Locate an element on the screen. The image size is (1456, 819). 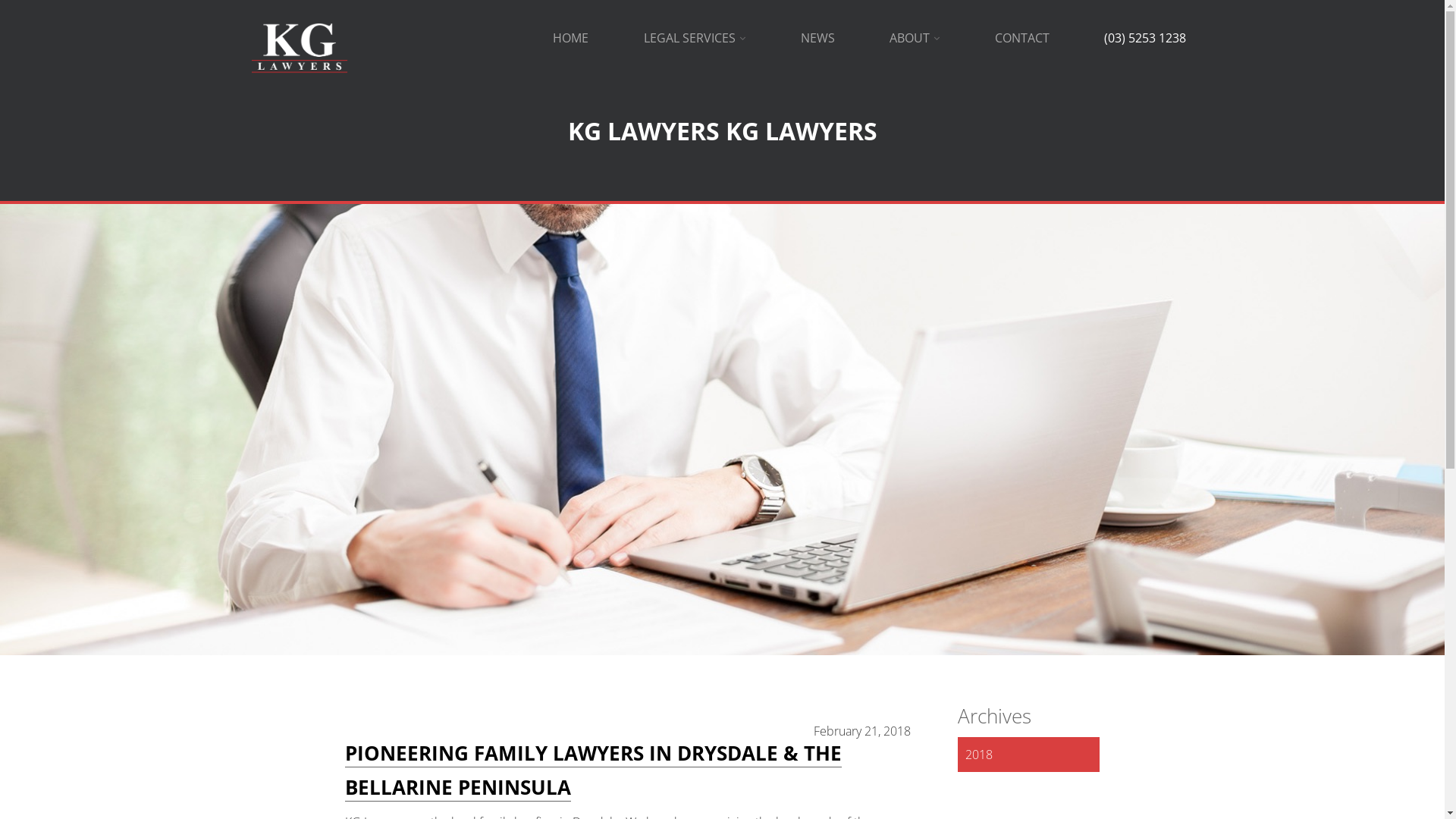
'ABOUT' is located at coordinates (913, 37).